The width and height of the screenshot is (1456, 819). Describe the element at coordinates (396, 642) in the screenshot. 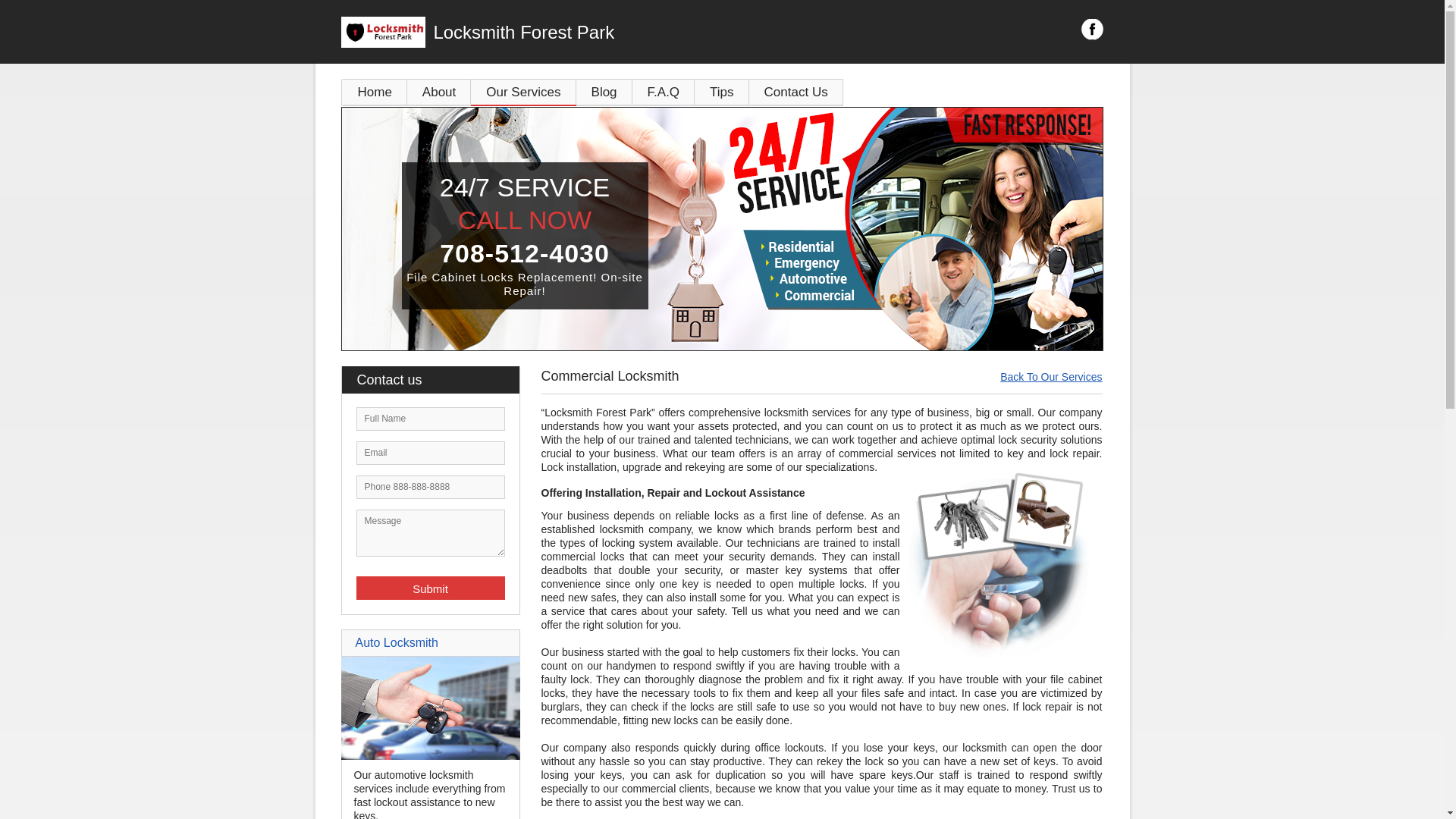

I see `'Auto Locksmith'` at that location.